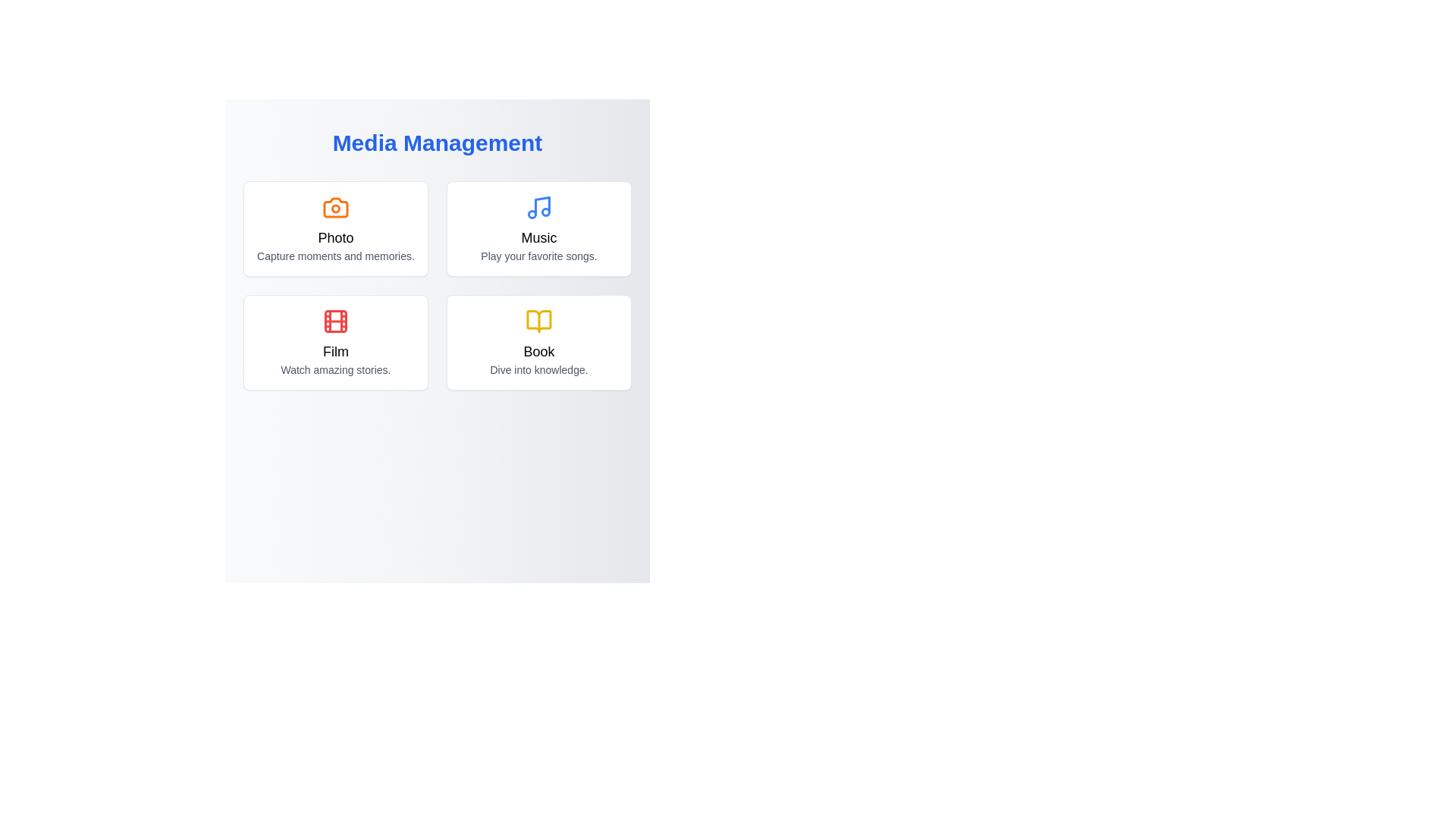 The image size is (1456, 819). What do you see at coordinates (436, 149) in the screenshot?
I see `the header text element that indicates the content or theme of the section, positioned centrally above the grid layout containing 'Photo', 'Music', 'Film', and 'Book'` at bounding box center [436, 149].